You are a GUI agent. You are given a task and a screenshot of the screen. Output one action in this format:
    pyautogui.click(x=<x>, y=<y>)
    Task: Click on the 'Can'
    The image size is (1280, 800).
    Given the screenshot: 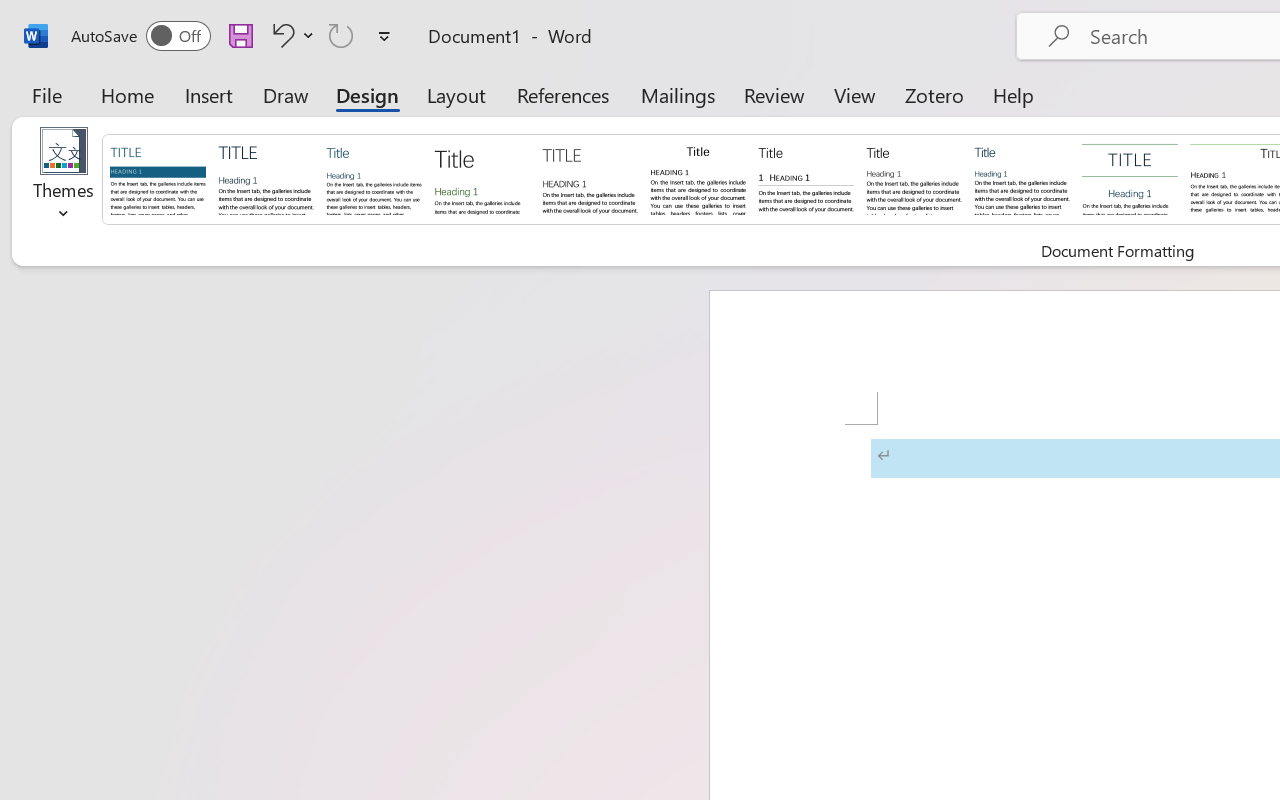 What is the action you would take?
    pyautogui.click(x=341, y=34)
    